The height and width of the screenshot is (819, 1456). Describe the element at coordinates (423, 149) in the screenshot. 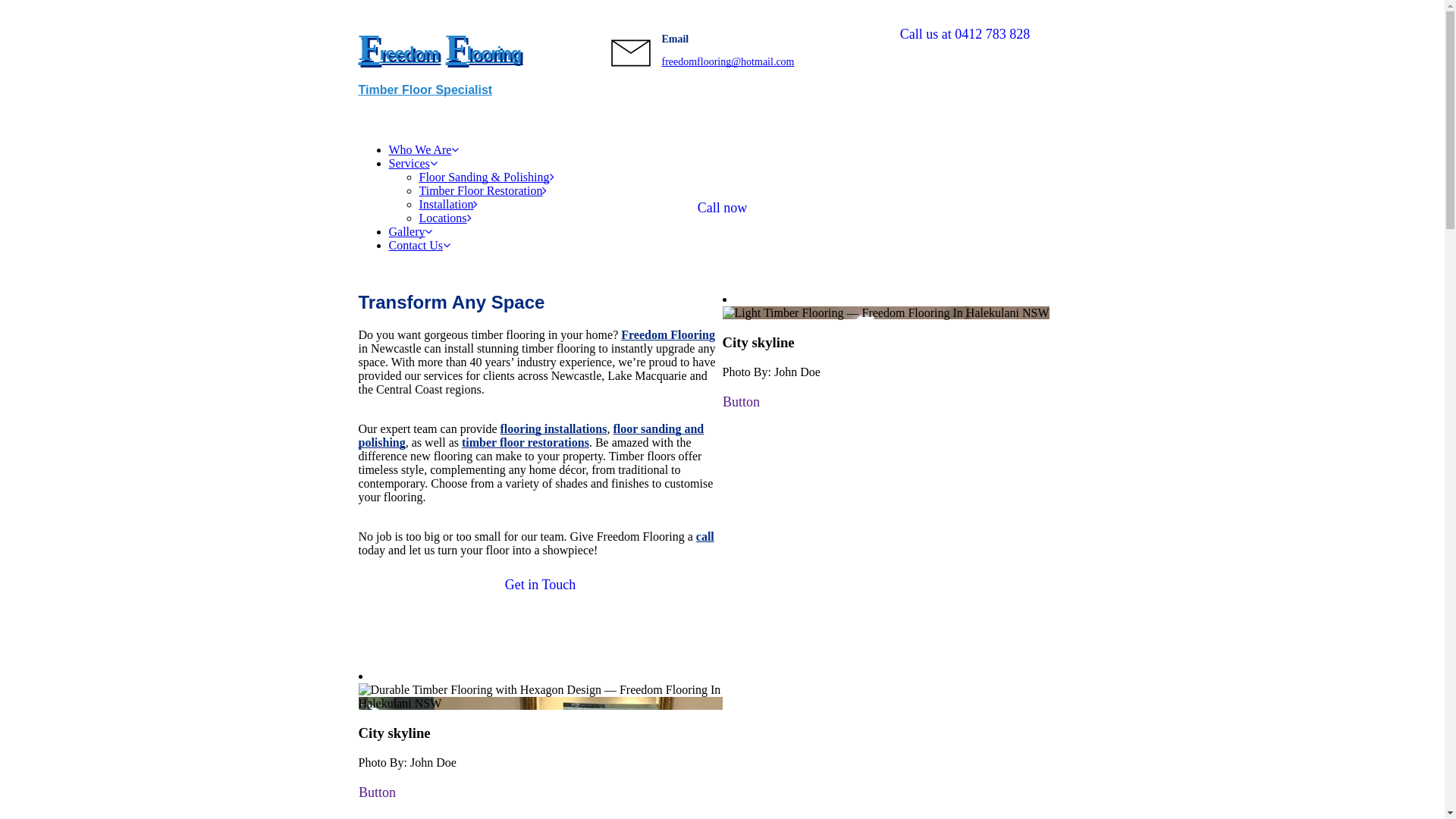

I see `'Who We Are'` at that location.